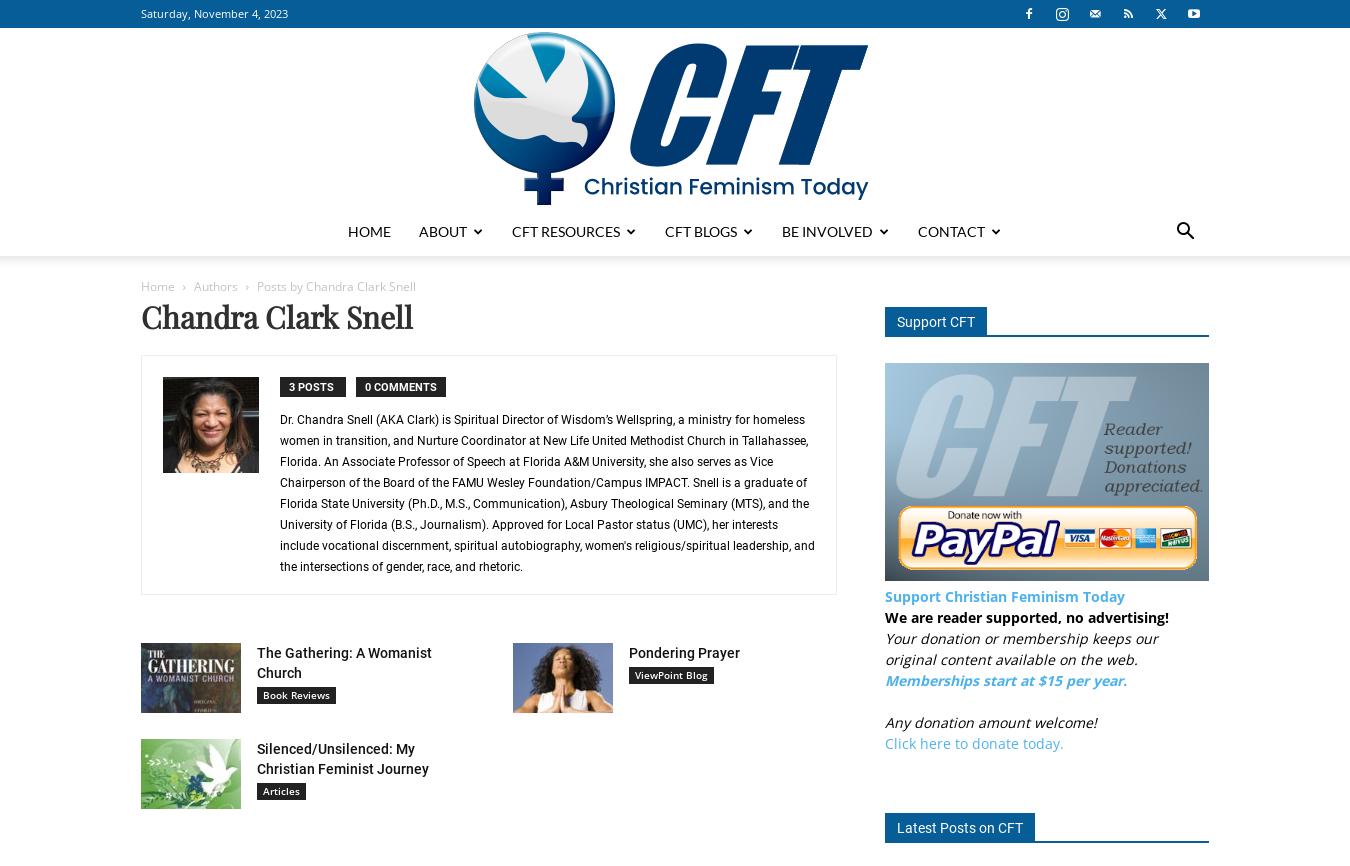  What do you see at coordinates (628, 651) in the screenshot?
I see `'Pondering Prayer'` at bounding box center [628, 651].